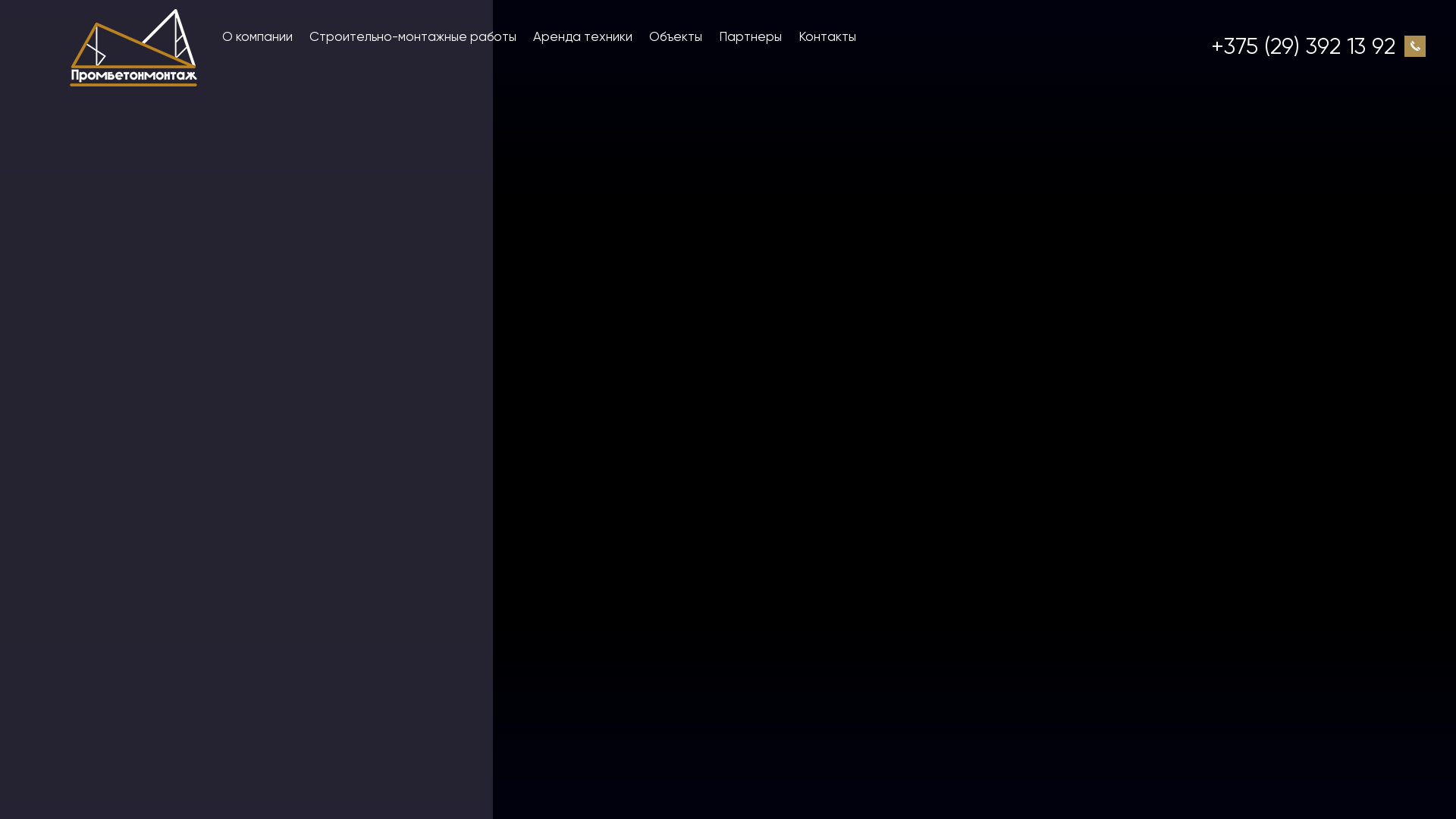 The height and width of the screenshot is (819, 1456). What do you see at coordinates (1302, 45) in the screenshot?
I see `'+375 (29) 392 13 92'` at bounding box center [1302, 45].